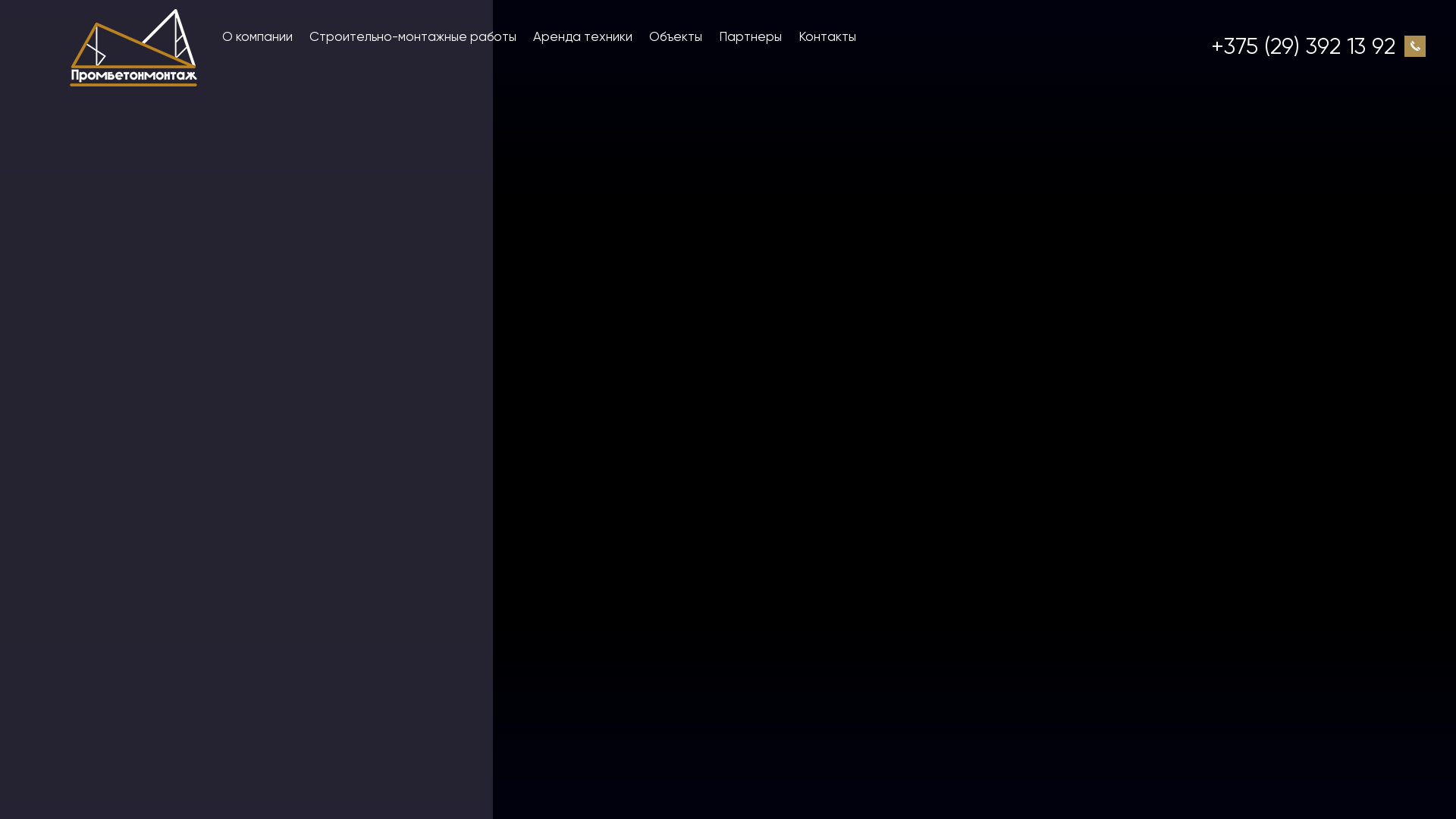 The height and width of the screenshot is (819, 1456). What do you see at coordinates (1302, 45) in the screenshot?
I see `'+375 (29) 392 13 92'` at bounding box center [1302, 45].